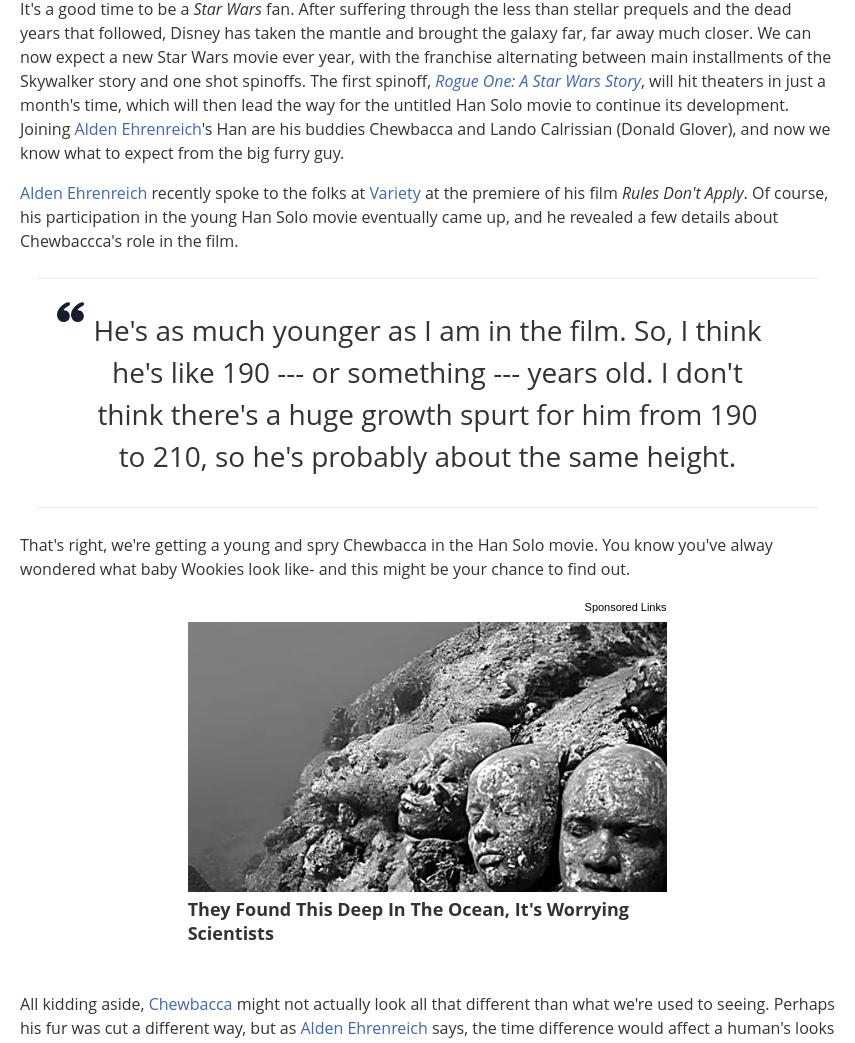 The image size is (855, 1043). I want to click on 'He's as much younger as I am in the film. So, I think he's like 190 --- or something --- years old. I don't think there's a huge growth spurt for him from 190 to 210, so he's probably about the same height.', so click(426, 393).